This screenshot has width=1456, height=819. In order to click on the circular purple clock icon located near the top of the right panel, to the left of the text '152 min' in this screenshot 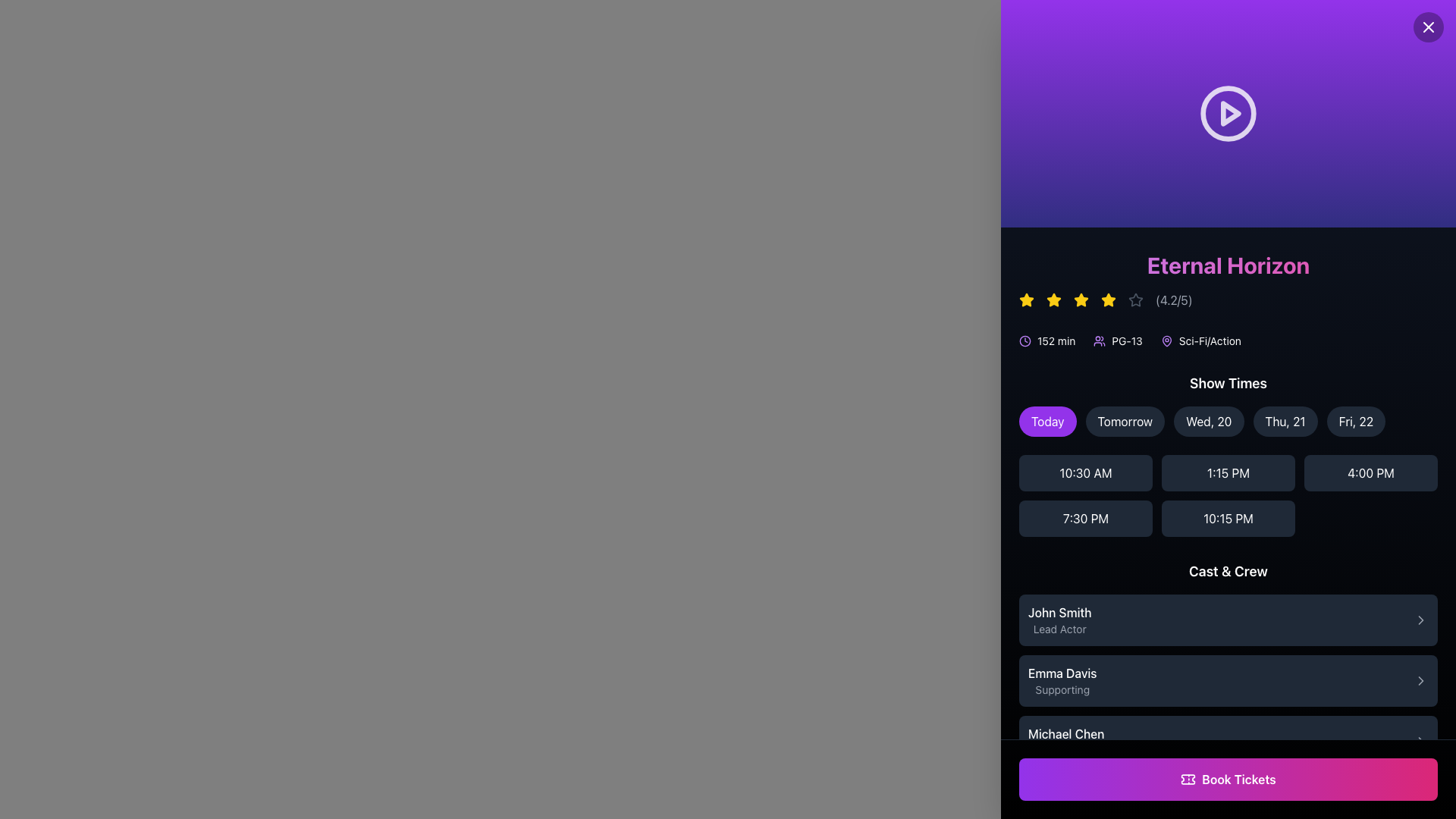, I will do `click(1025, 341)`.